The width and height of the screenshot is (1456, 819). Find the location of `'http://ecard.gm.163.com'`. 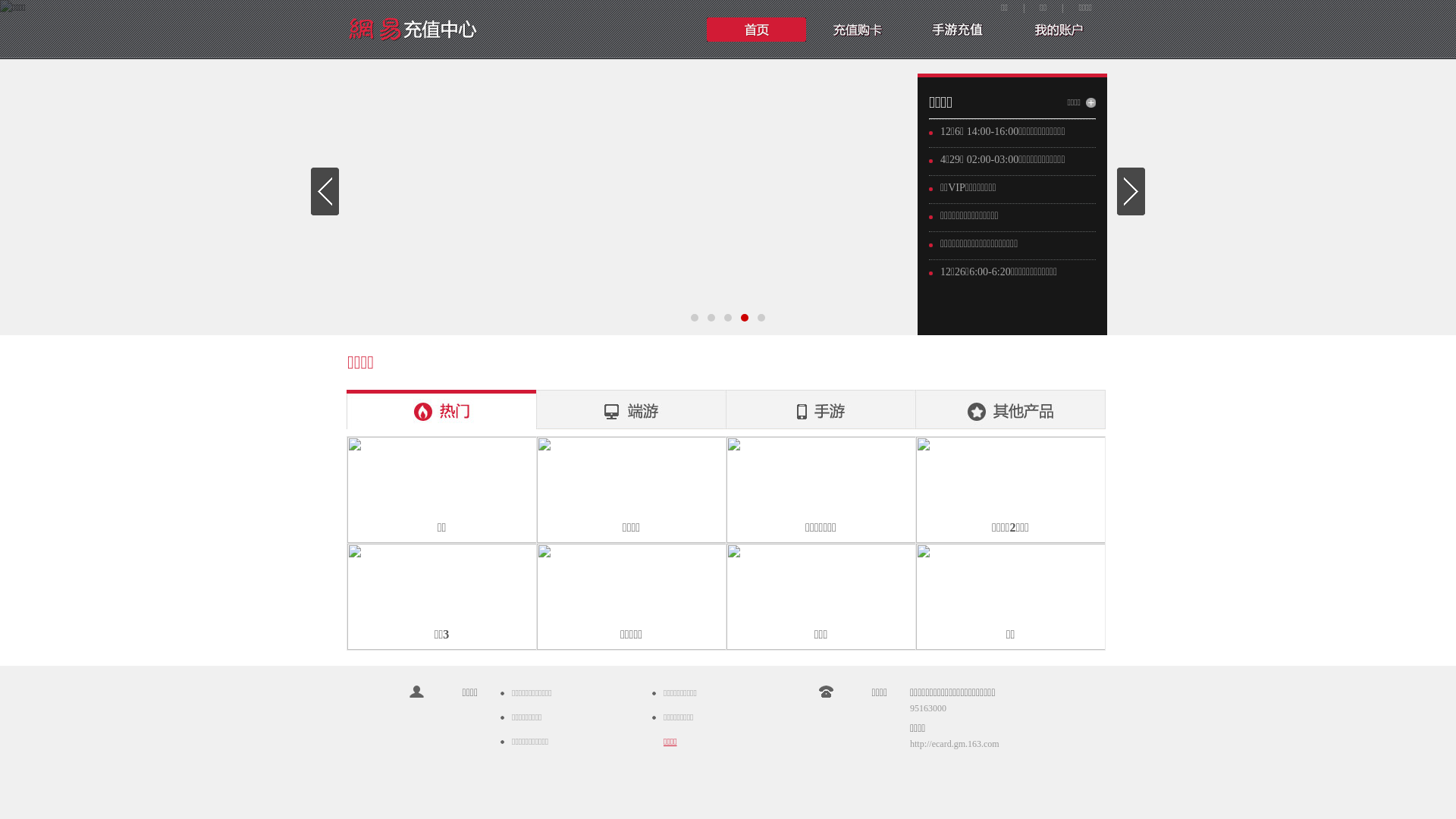

'http://ecard.gm.163.com' is located at coordinates (953, 742).